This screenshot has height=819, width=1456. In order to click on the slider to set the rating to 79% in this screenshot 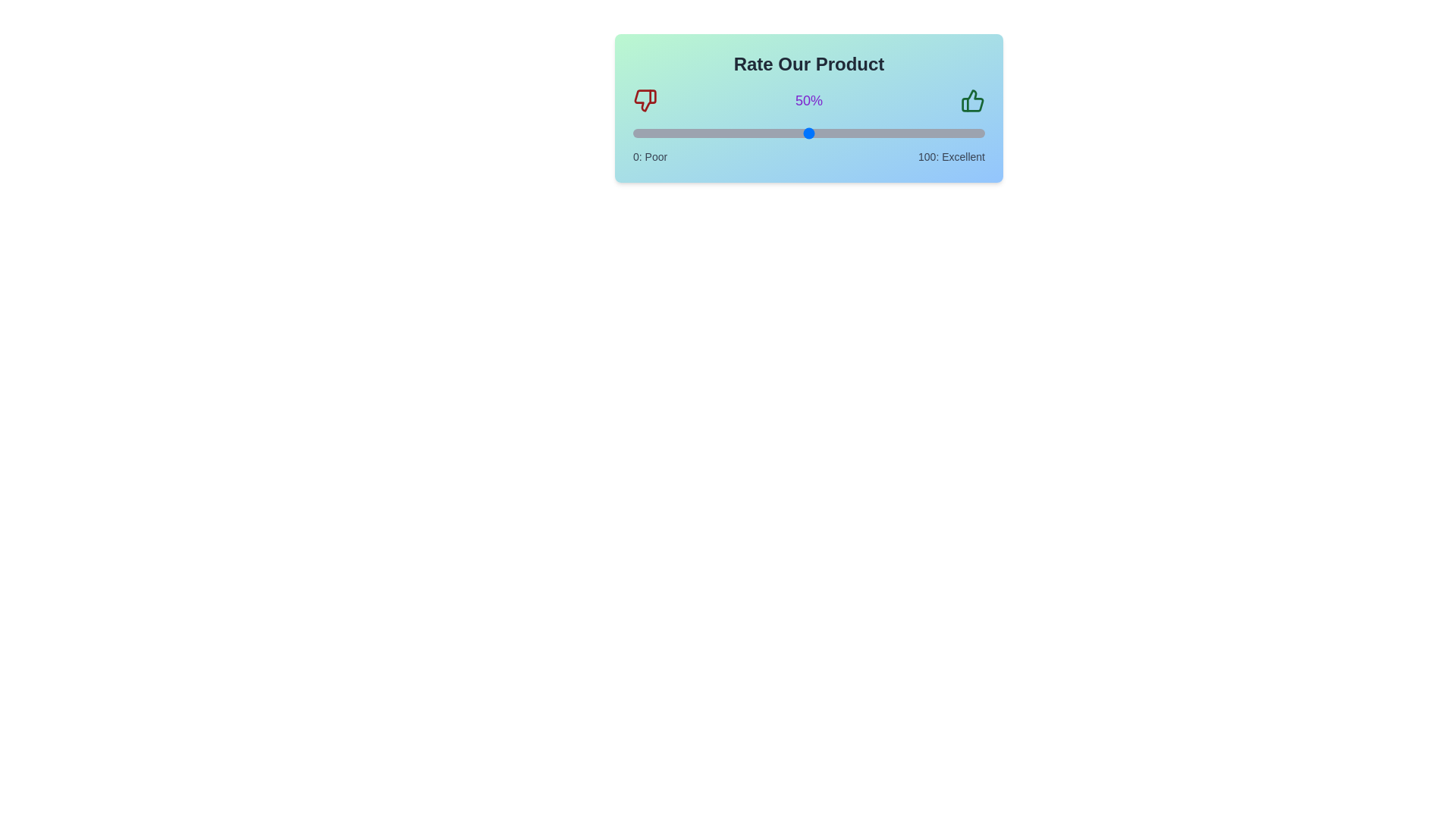, I will do `click(910, 133)`.